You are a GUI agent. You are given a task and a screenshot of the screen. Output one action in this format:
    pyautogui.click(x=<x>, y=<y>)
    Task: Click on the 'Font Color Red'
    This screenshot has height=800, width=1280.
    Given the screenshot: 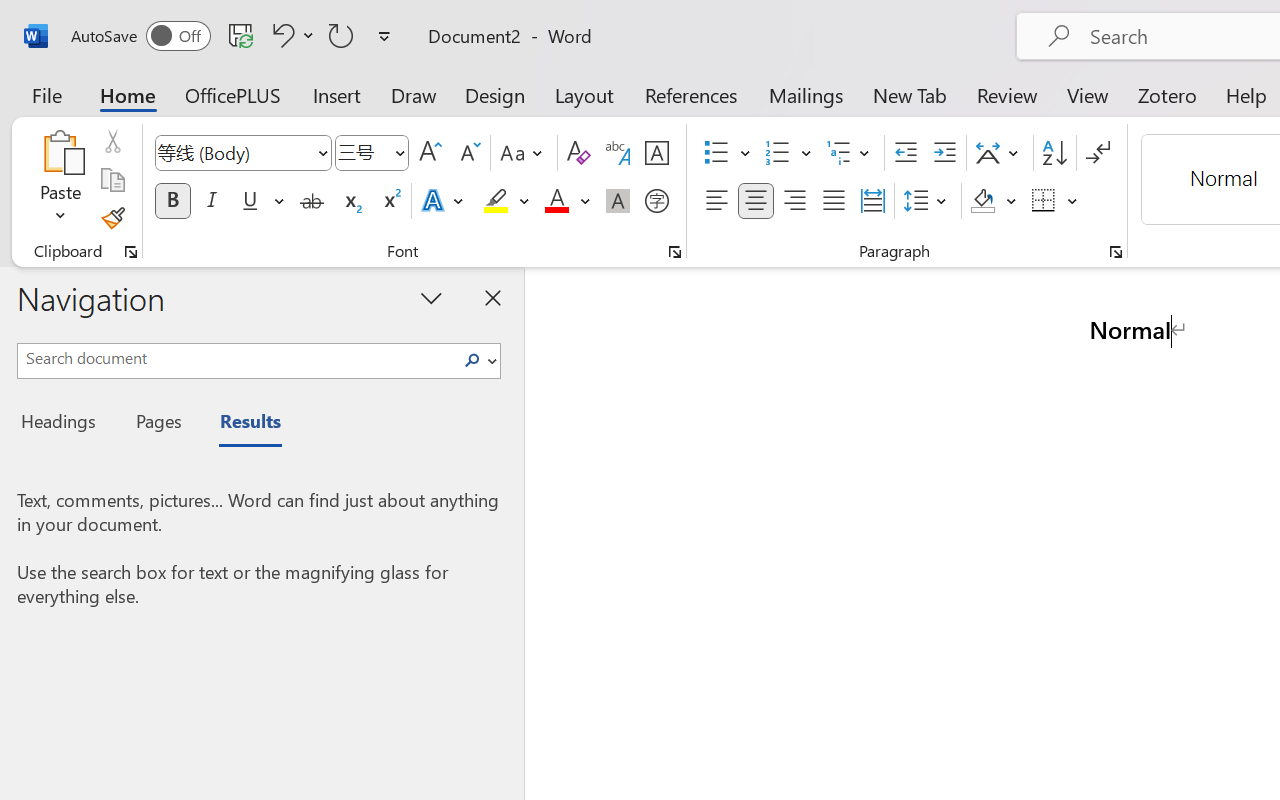 What is the action you would take?
    pyautogui.click(x=556, y=201)
    